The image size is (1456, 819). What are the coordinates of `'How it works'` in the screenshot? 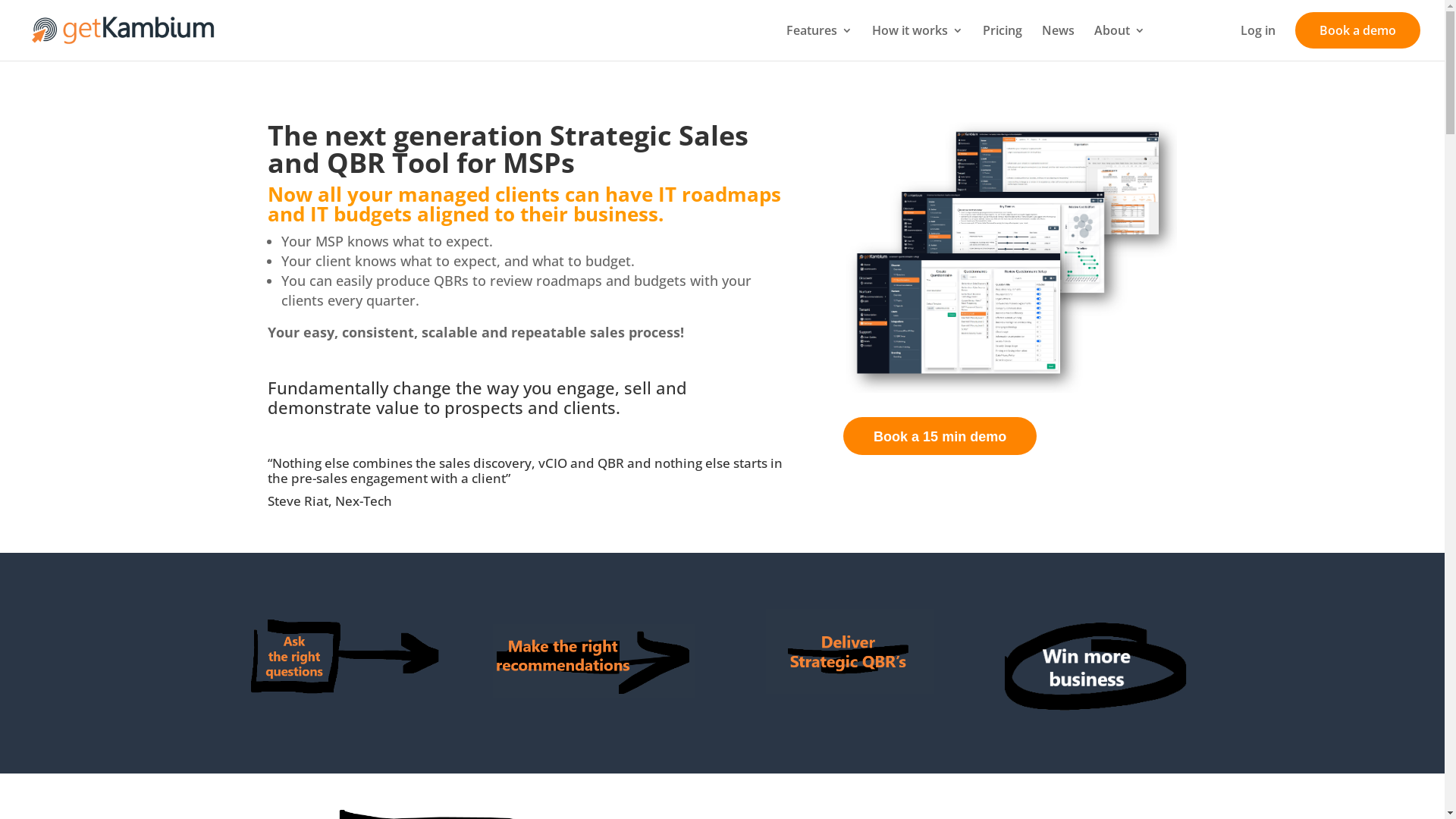 It's located at (916, 42).